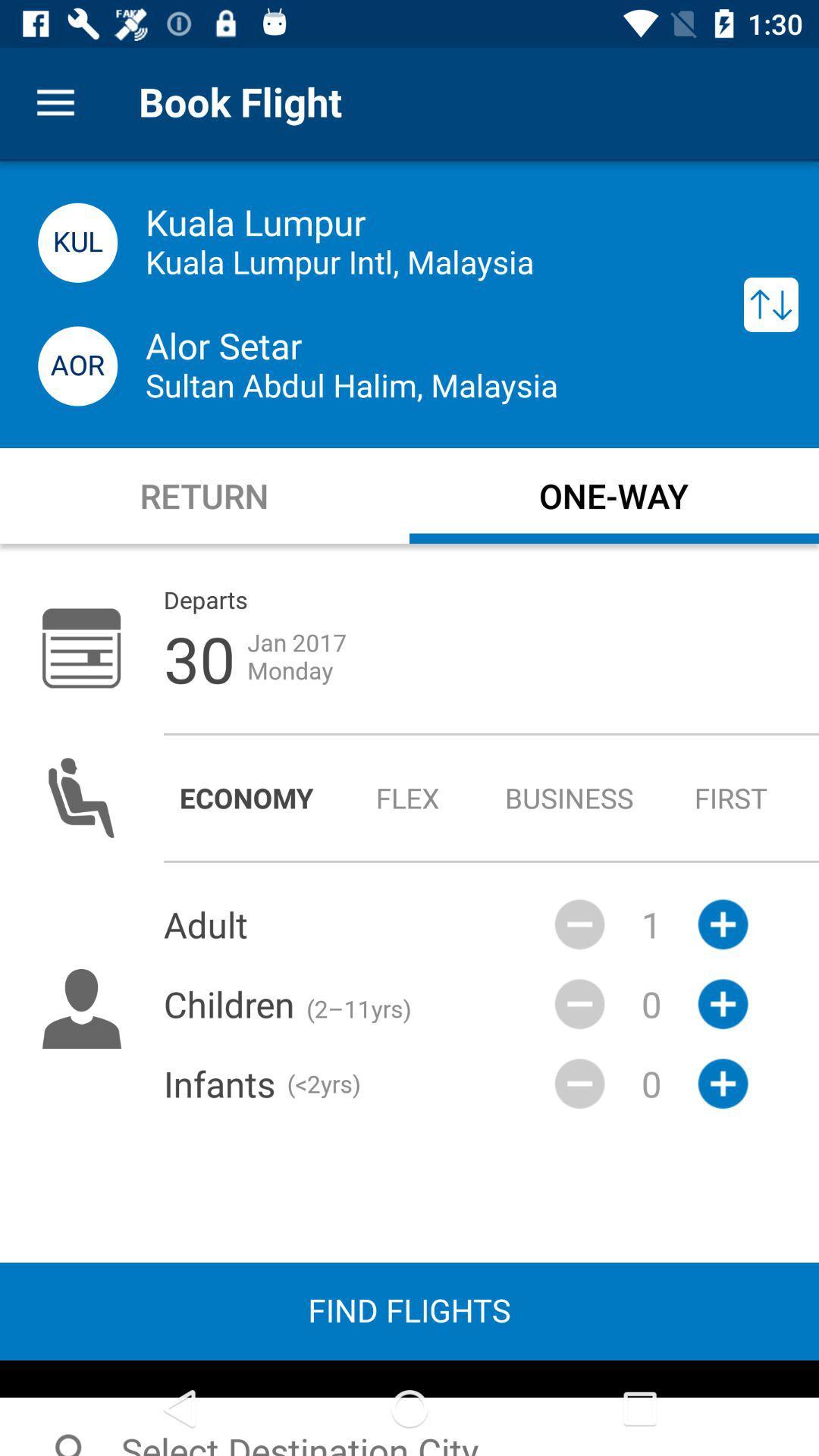 This screenshot has height=1456, width=819. What do you see at coordinates (407, 797) in the screenshot?
I see `icon next to the economy radio button` at bounding box center [407, 797].